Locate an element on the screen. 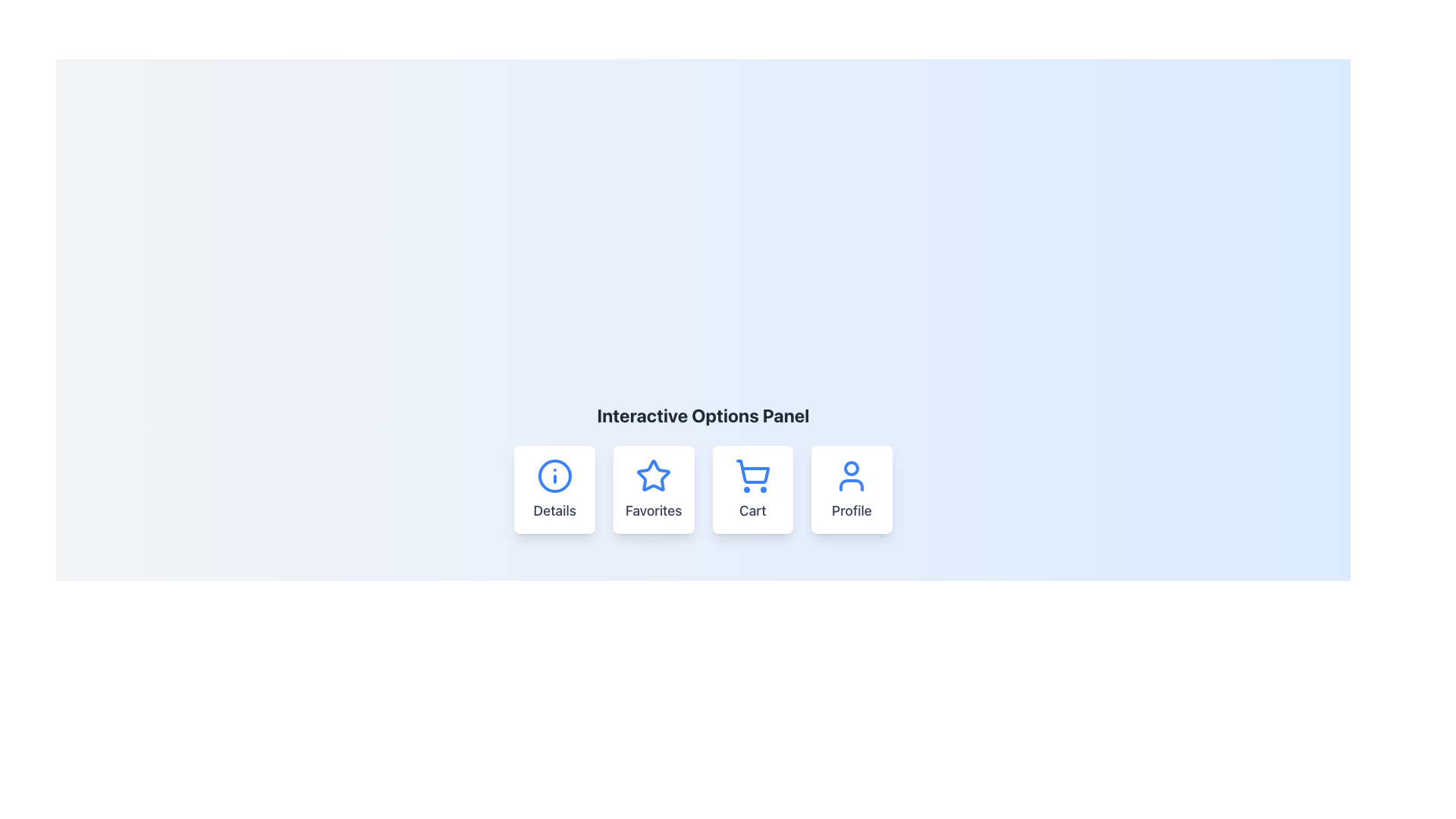  the 'Favorites' icon, which is represented by a star icon located at the center of the 'Favorites' card is located at coordinates (654, 475).